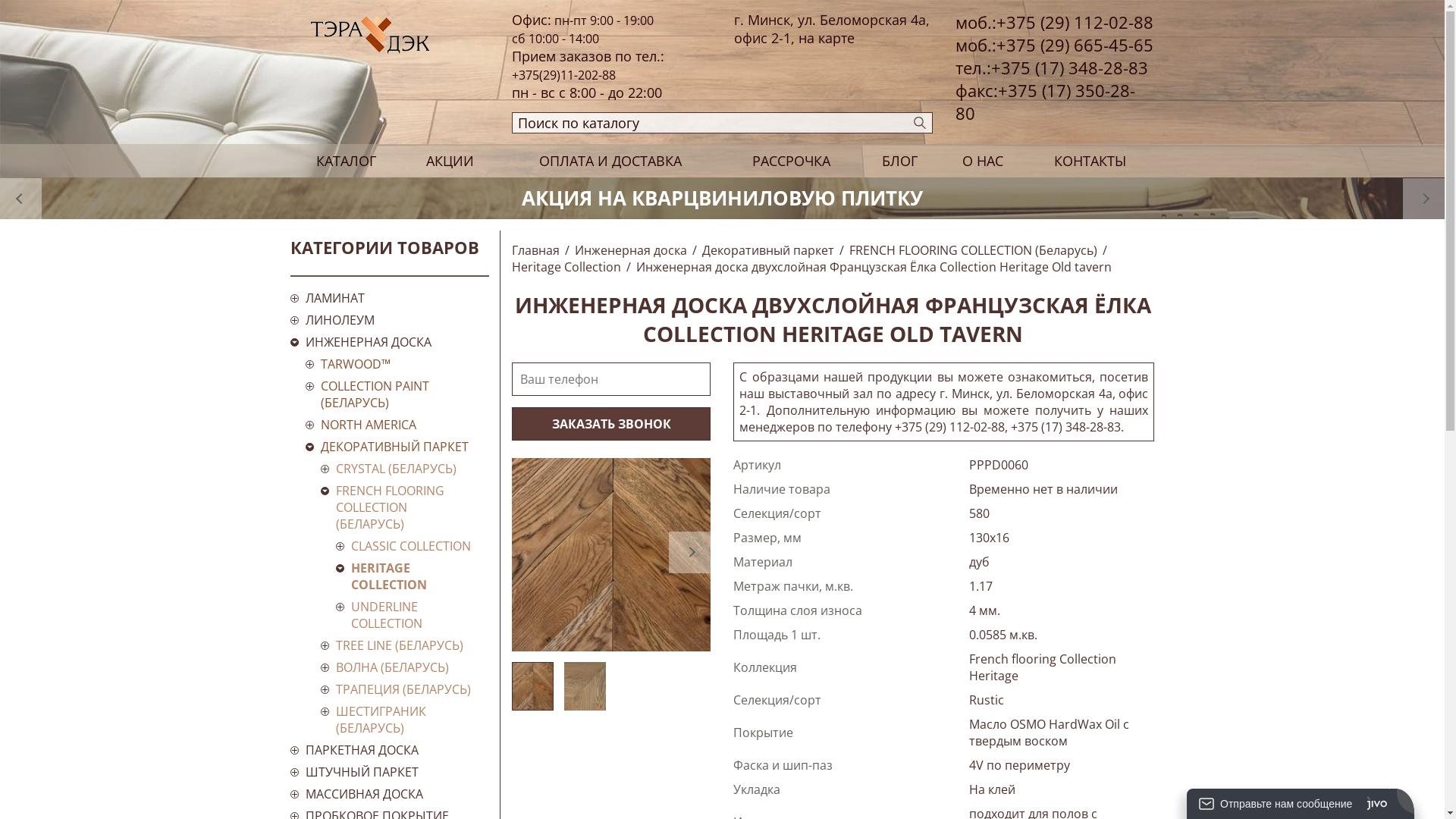  What do you see at coordinates (996, 22) in the screenshot?
I see `'+375 (29) 112-02-88'` at bounding box center [996, 22].